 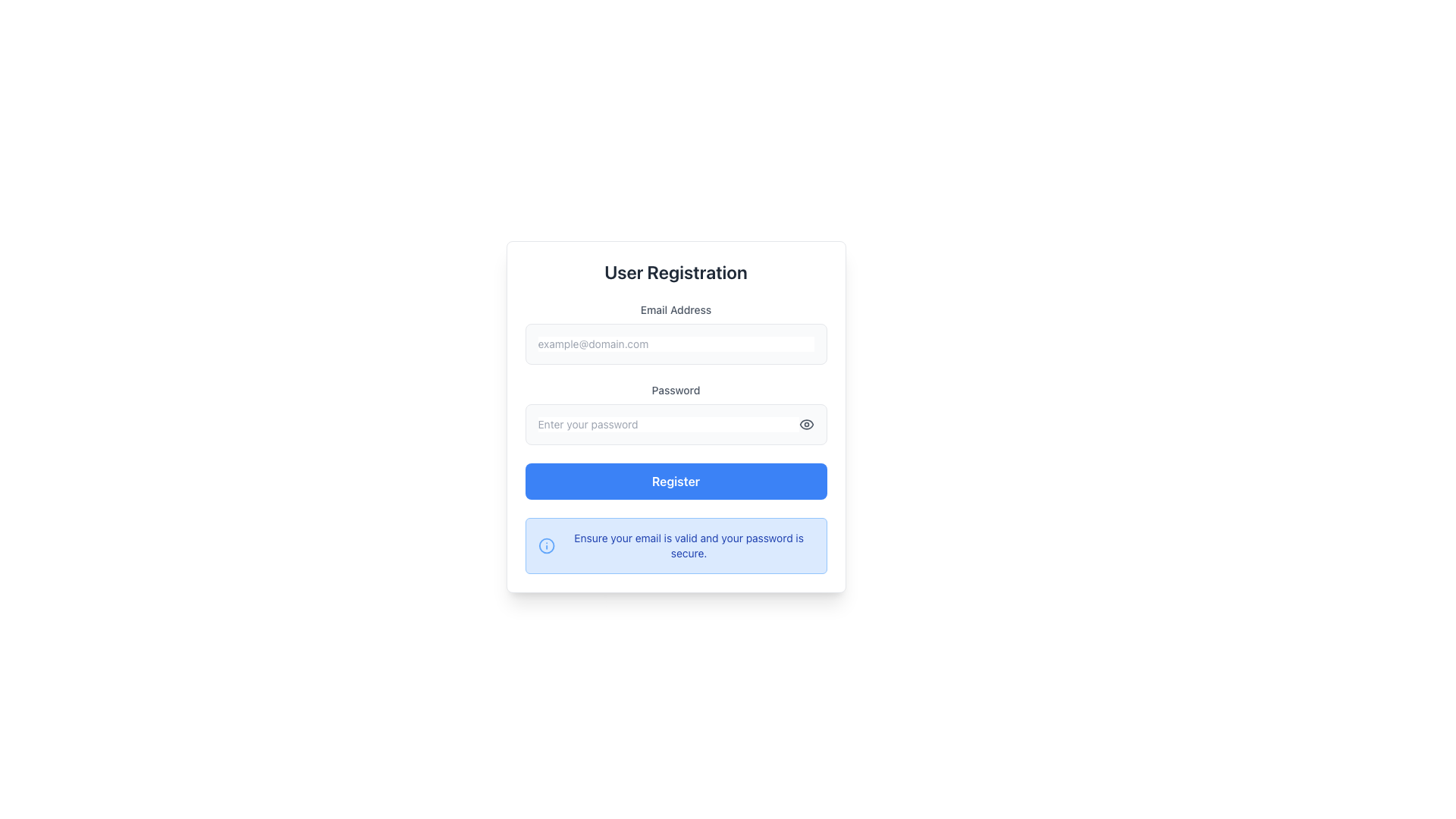 I want to click on the oval-shaped graphic styled as the perimeter of an eye icon located in the password input field area of the registration form, so click(x=805, y=424).